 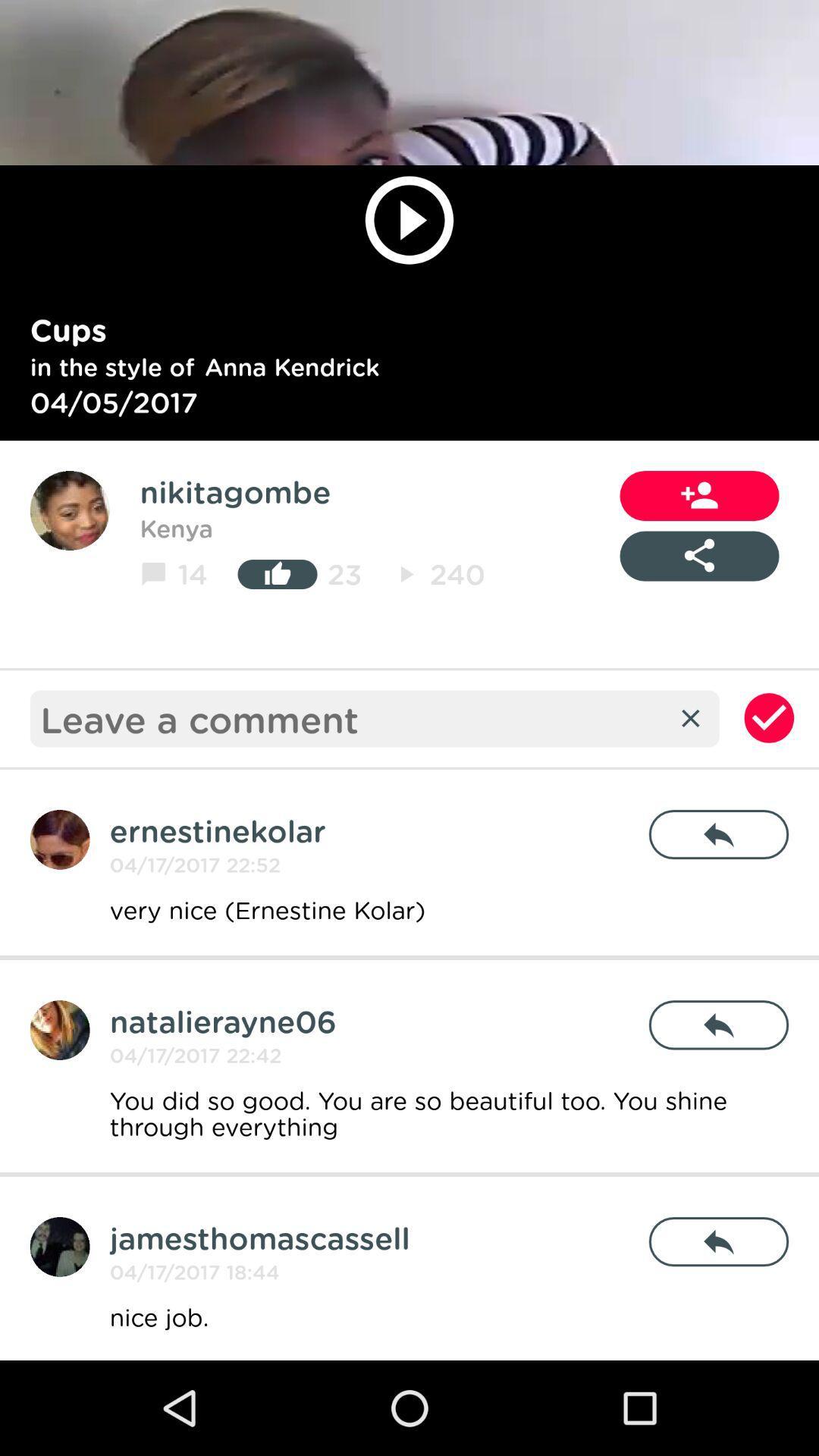 What do you see at coordinates (259, 1238) in the screenshot?
I see `the item above the 04 17 2017 icon` at bounding box center [259, 1238].